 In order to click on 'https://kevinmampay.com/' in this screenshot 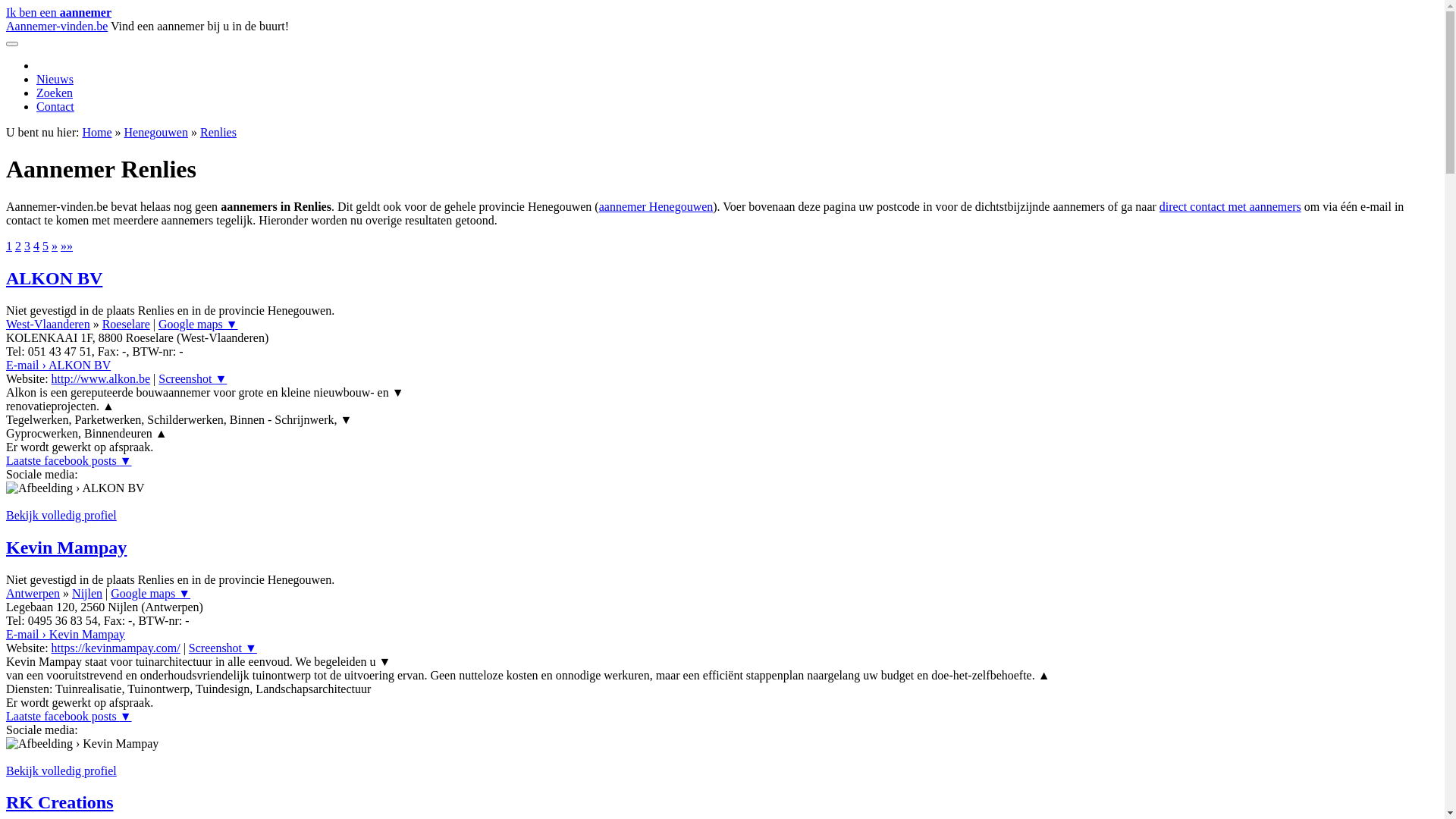, I will do `click(115, 648)`.